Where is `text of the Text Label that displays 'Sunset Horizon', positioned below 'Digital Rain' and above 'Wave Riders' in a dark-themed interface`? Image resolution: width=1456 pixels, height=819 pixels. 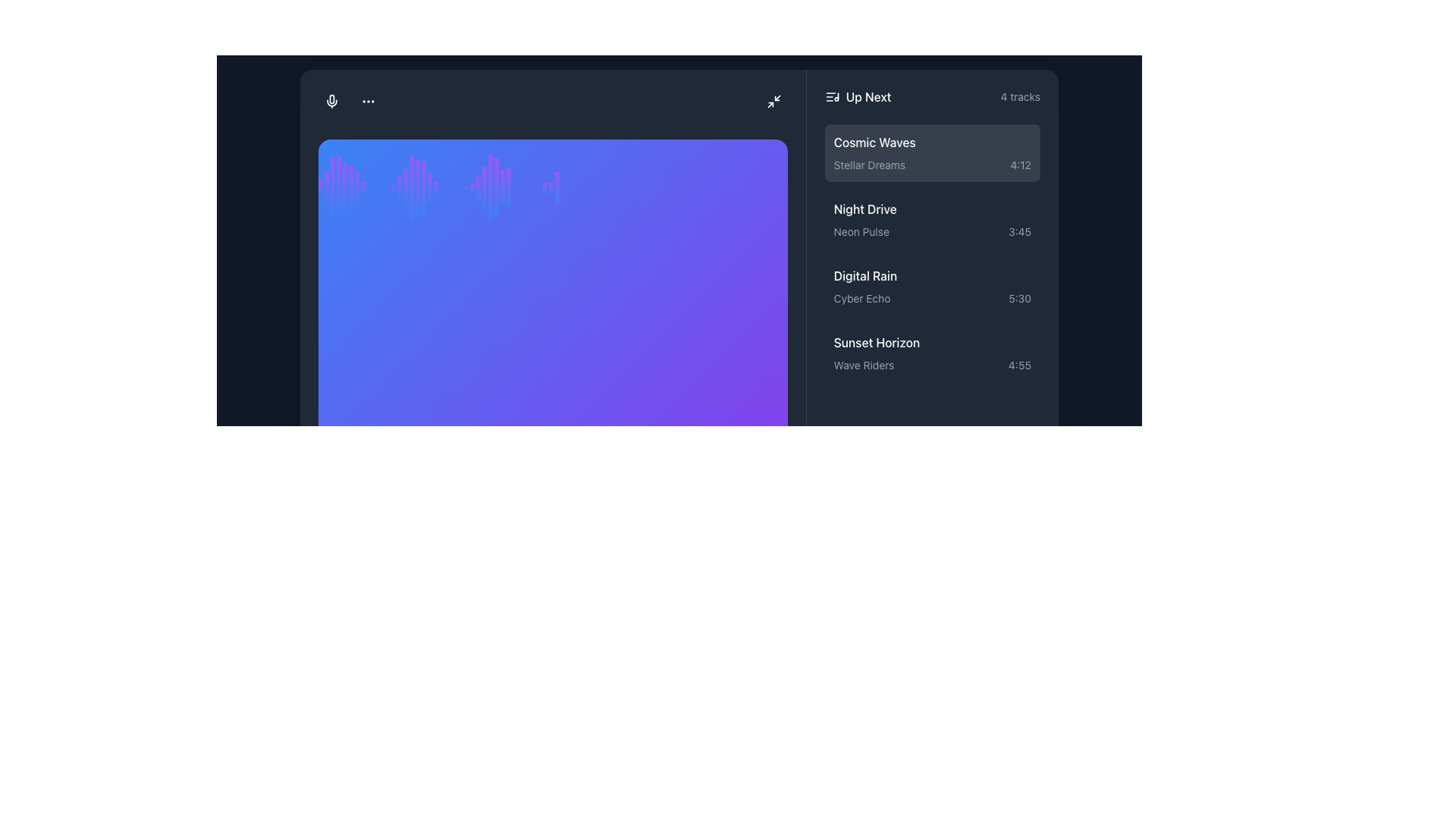
text of the Text Label that displays 'Sunset Horizon', positioned below 'Digital Rain' and above 'Wave Riders' in a dark-themed interface is located at coordinates (877, 342).